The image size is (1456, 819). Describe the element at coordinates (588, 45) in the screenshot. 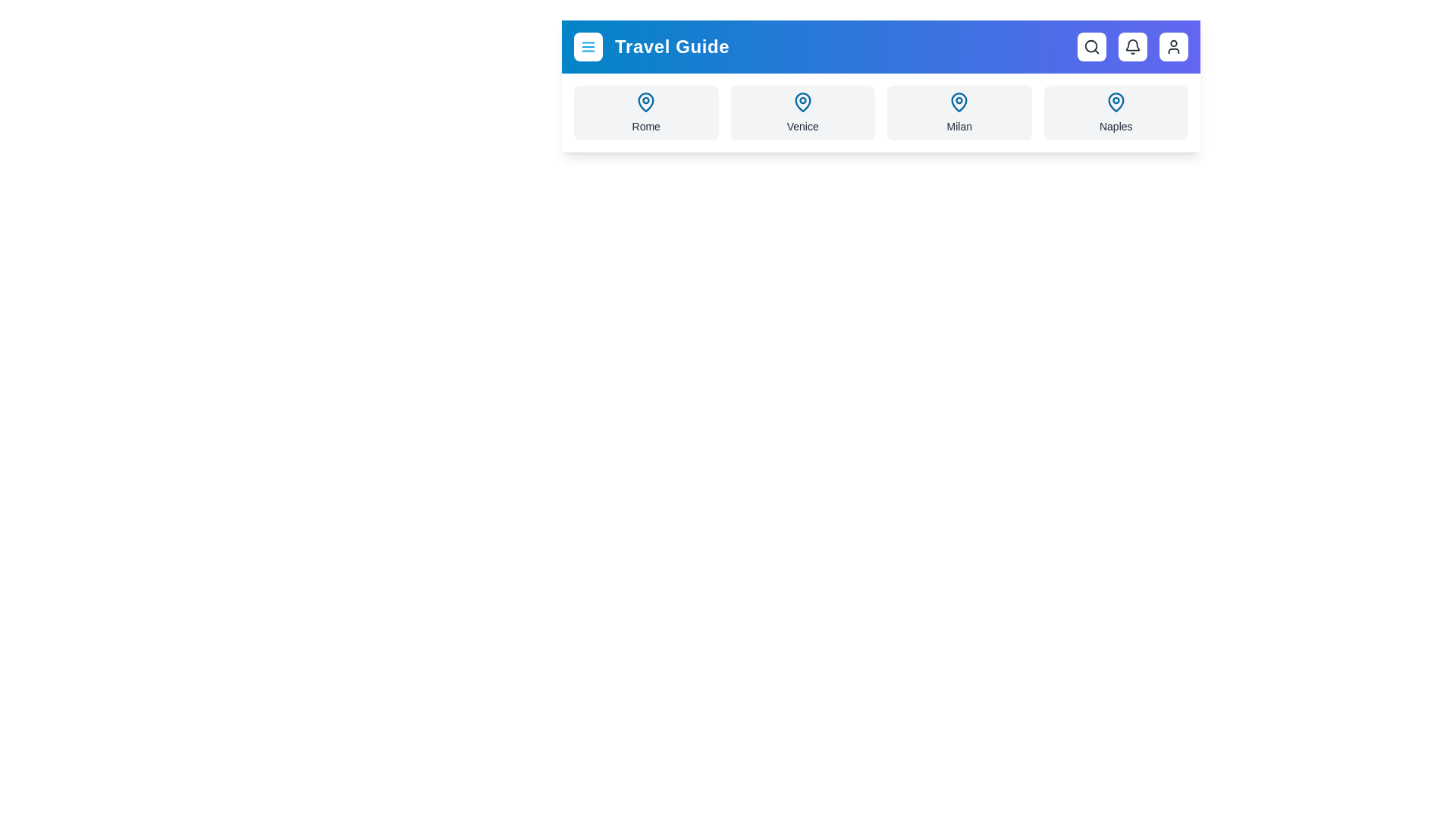

I see `the menu button to toggle the menu visibility` at that location.